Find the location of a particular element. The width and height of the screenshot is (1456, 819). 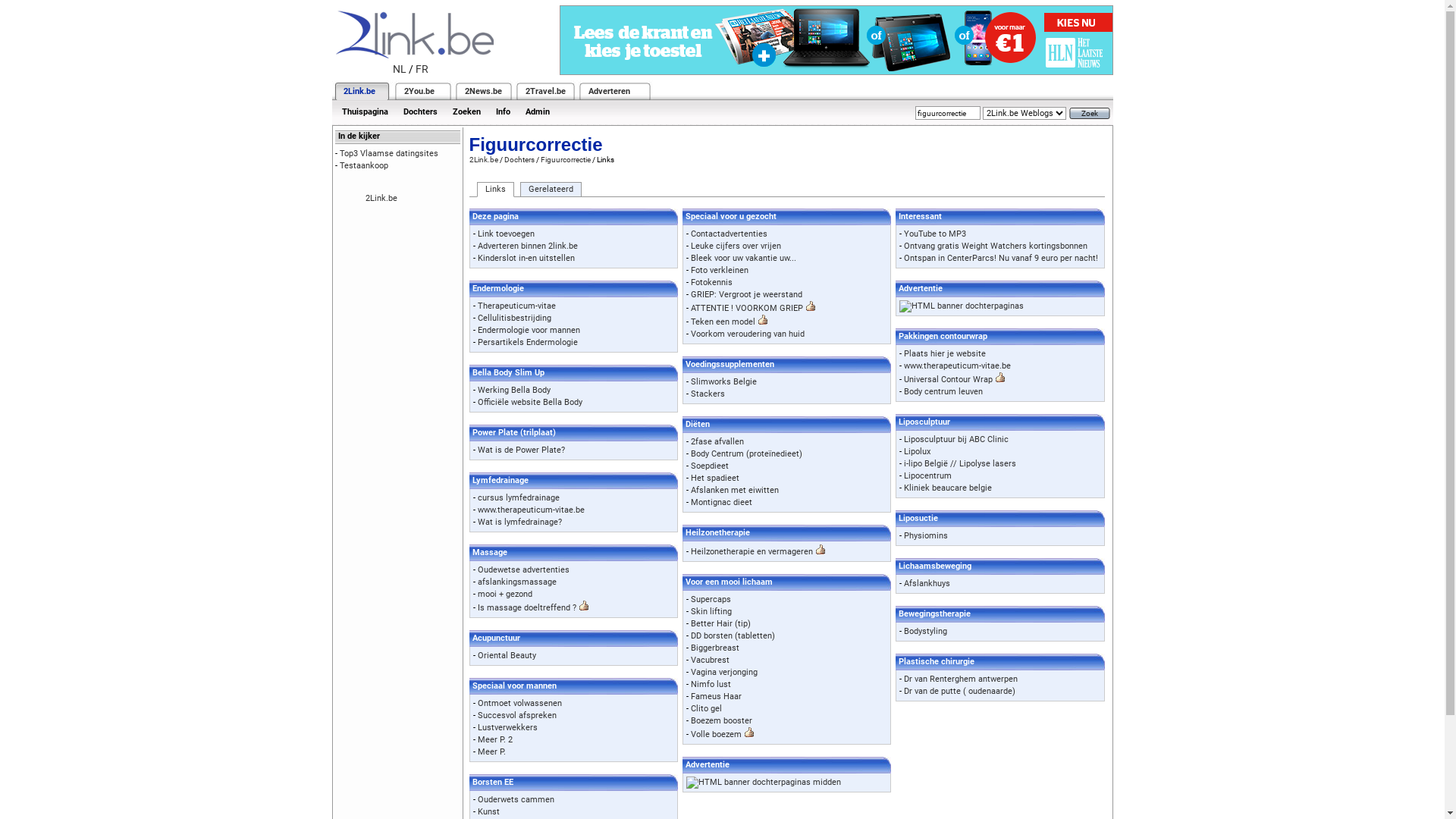

'Body centrum leuven' is located at coordinates (942, 391).